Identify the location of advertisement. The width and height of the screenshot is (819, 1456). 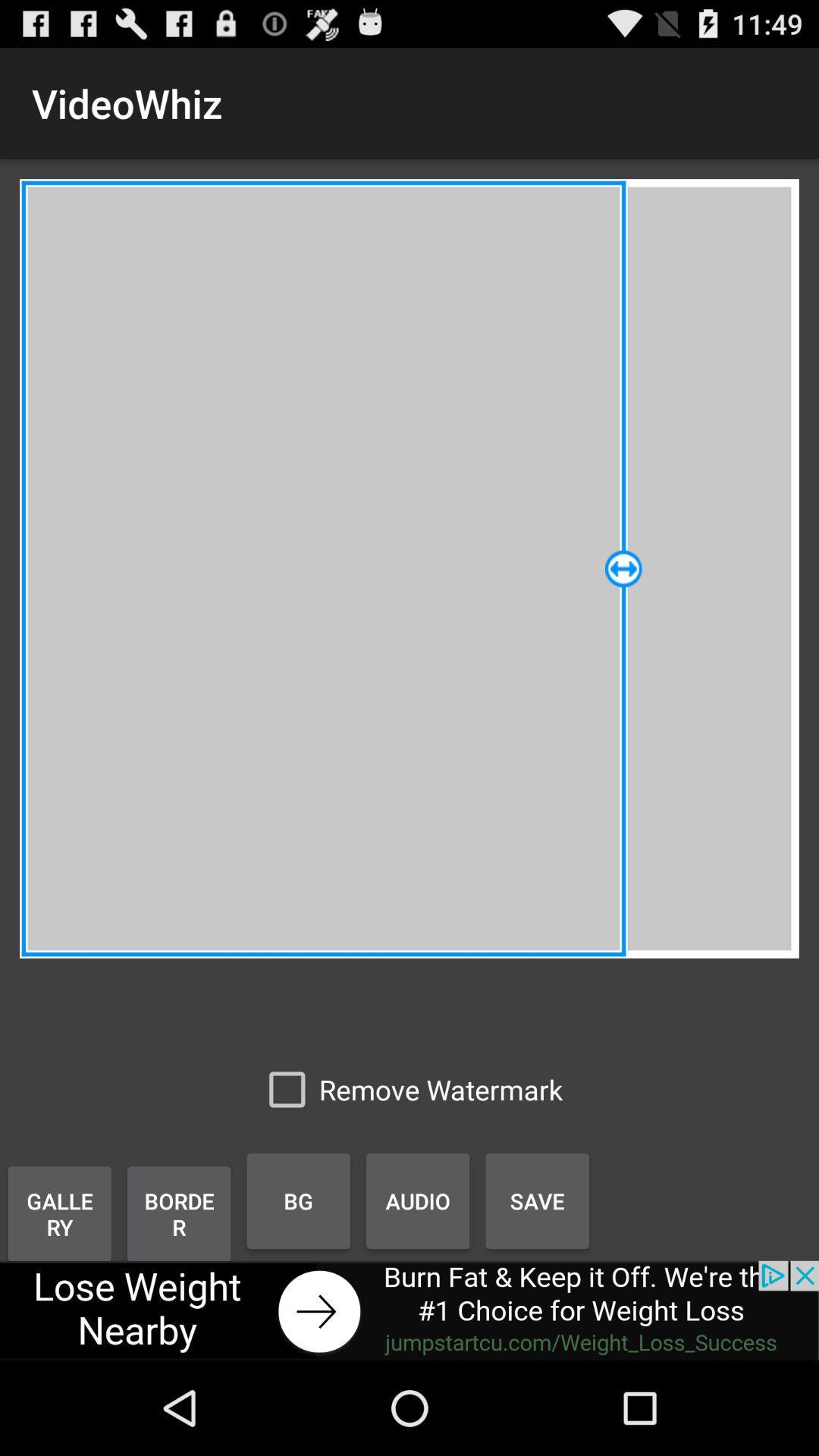
(409, 1310).